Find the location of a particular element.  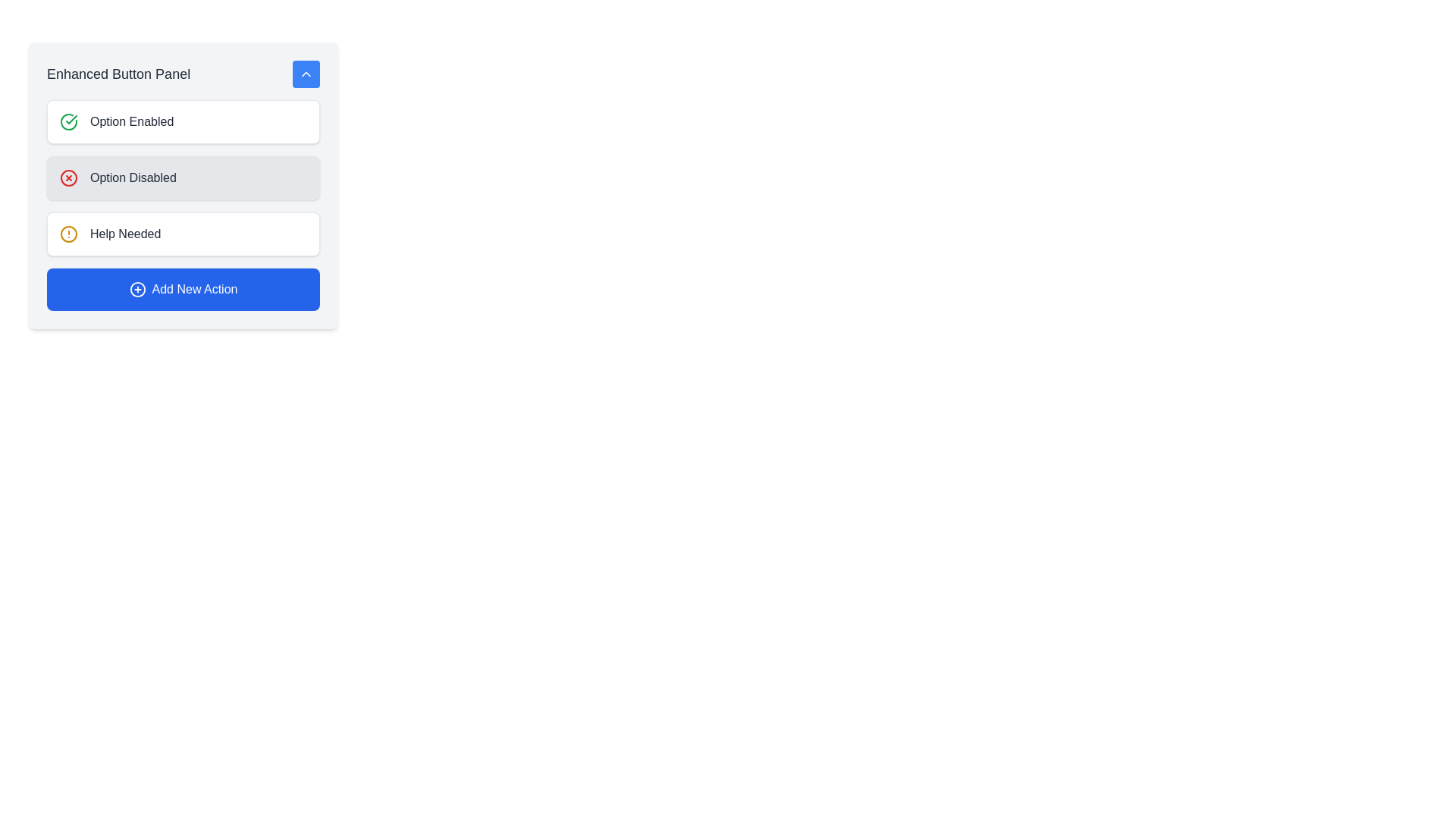

the informational text label that indicates the current status as 'Option Enabled' to trigger potential hover effects is located at coordinates (132, 121).